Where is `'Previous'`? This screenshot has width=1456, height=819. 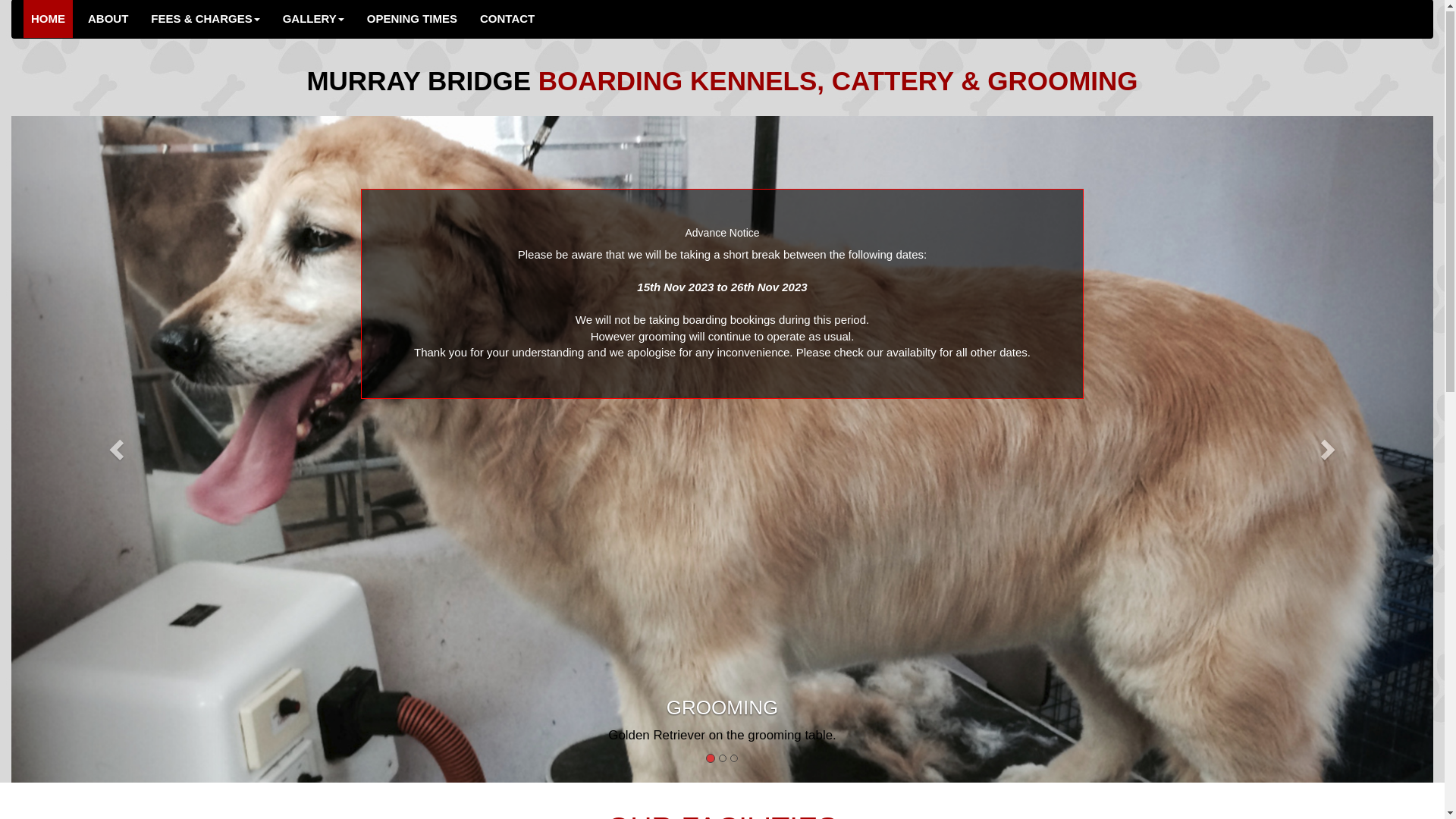
'Previous' is located at coordinates (117, 449).